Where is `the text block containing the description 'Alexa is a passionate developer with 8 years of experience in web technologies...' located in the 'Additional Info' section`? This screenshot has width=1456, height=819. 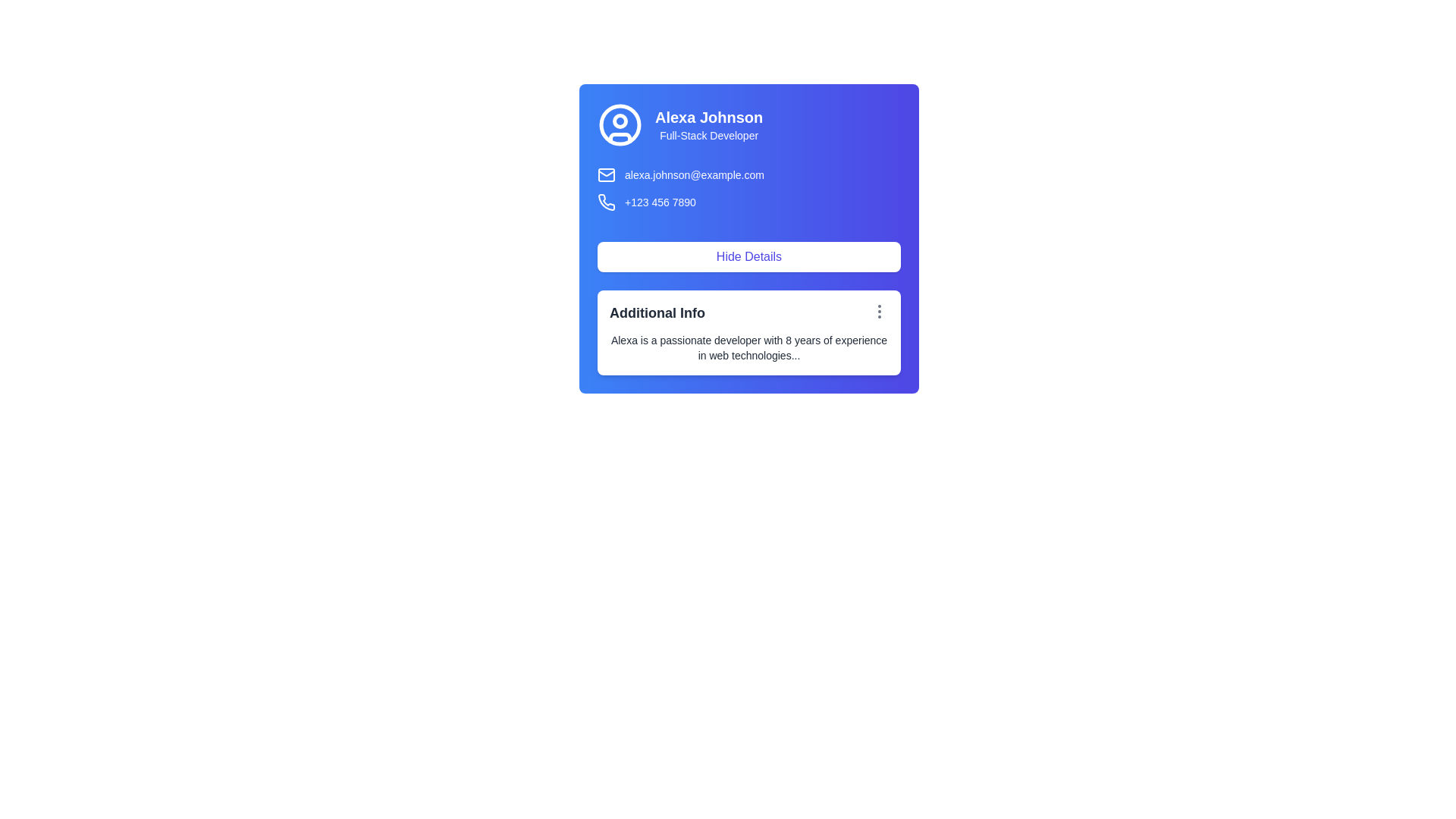 the text block containing the description 'Alexa is a passionate developer with 8 years of experience in web technologies...' located in the 'Additional Info' section is located at coordinates (749, 348).